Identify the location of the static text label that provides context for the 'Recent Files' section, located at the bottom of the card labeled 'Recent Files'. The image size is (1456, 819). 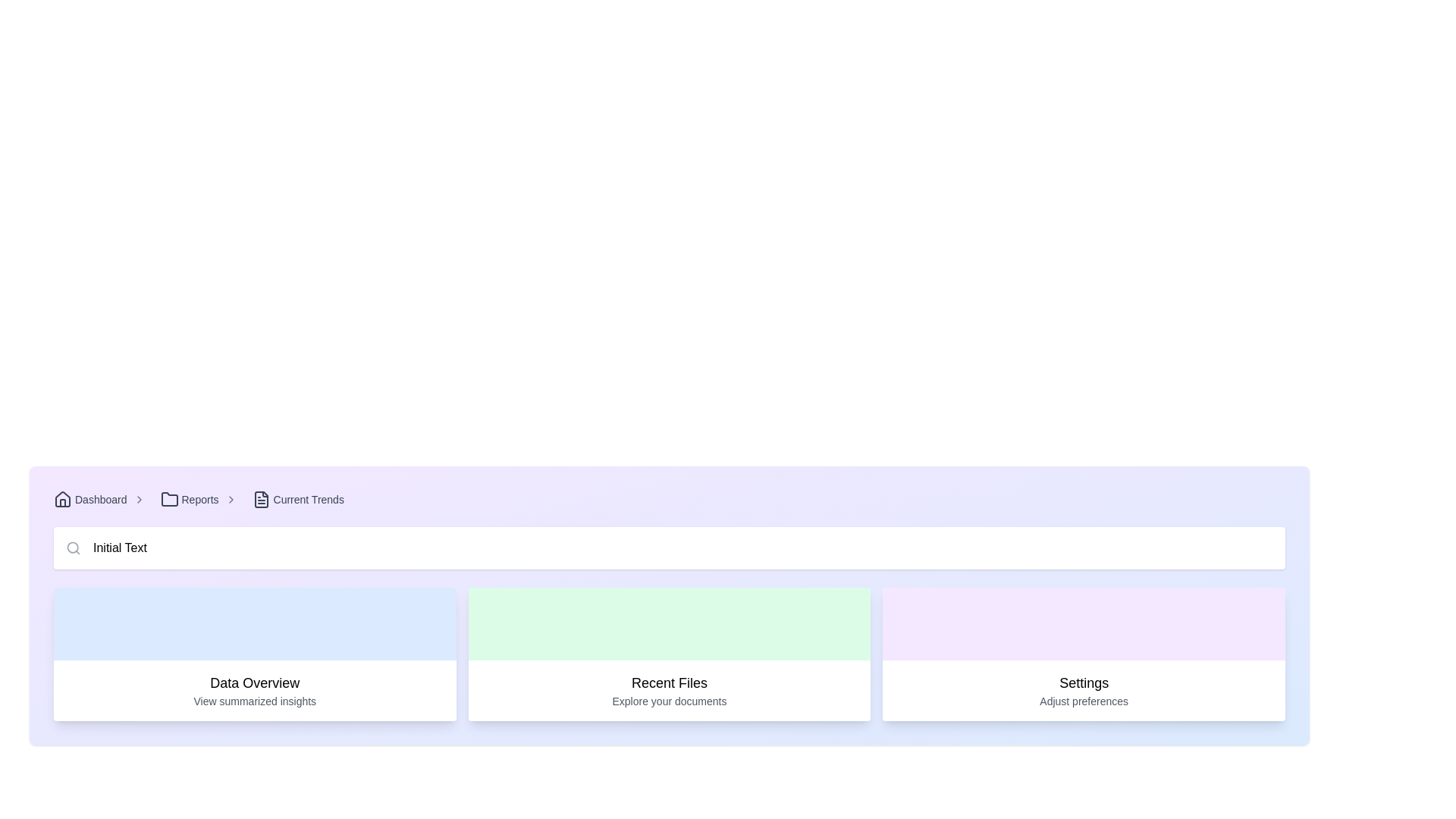
(669, 701).